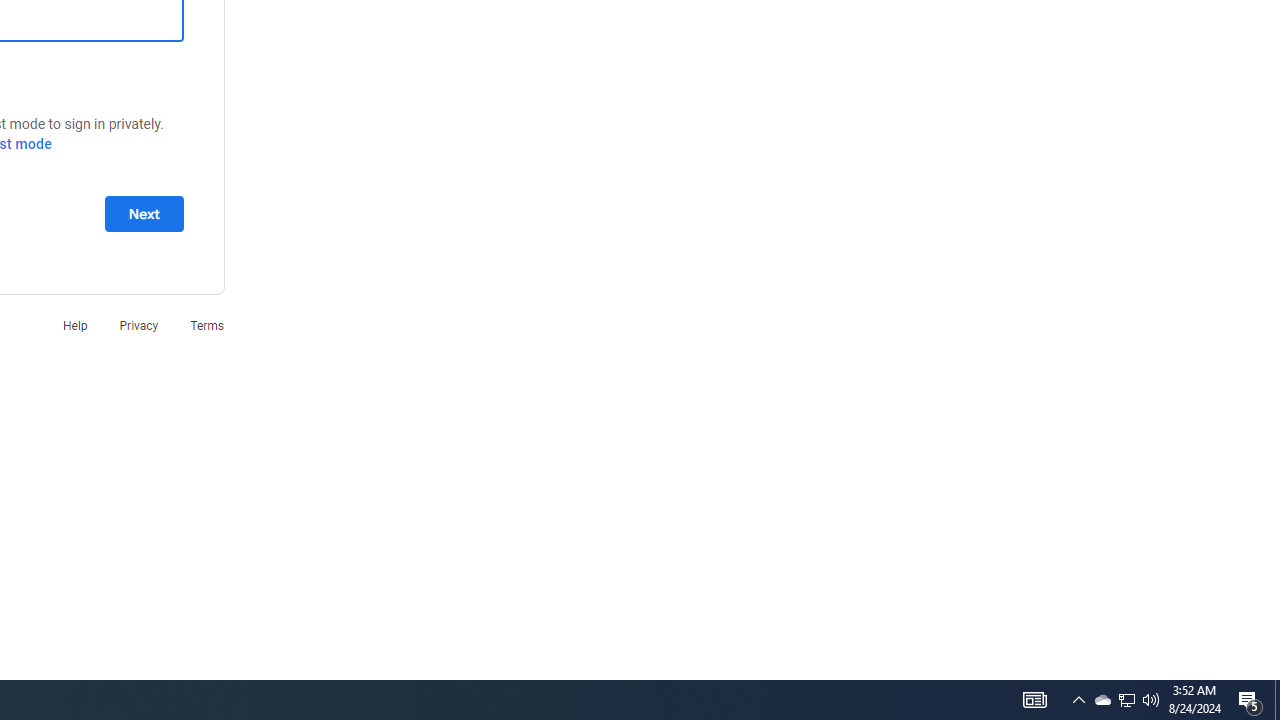 This screenshot has height=720, width=1280. Describe the element at coordinates (137, 324) in the screenshot. I see `'Privacy'` at that location.